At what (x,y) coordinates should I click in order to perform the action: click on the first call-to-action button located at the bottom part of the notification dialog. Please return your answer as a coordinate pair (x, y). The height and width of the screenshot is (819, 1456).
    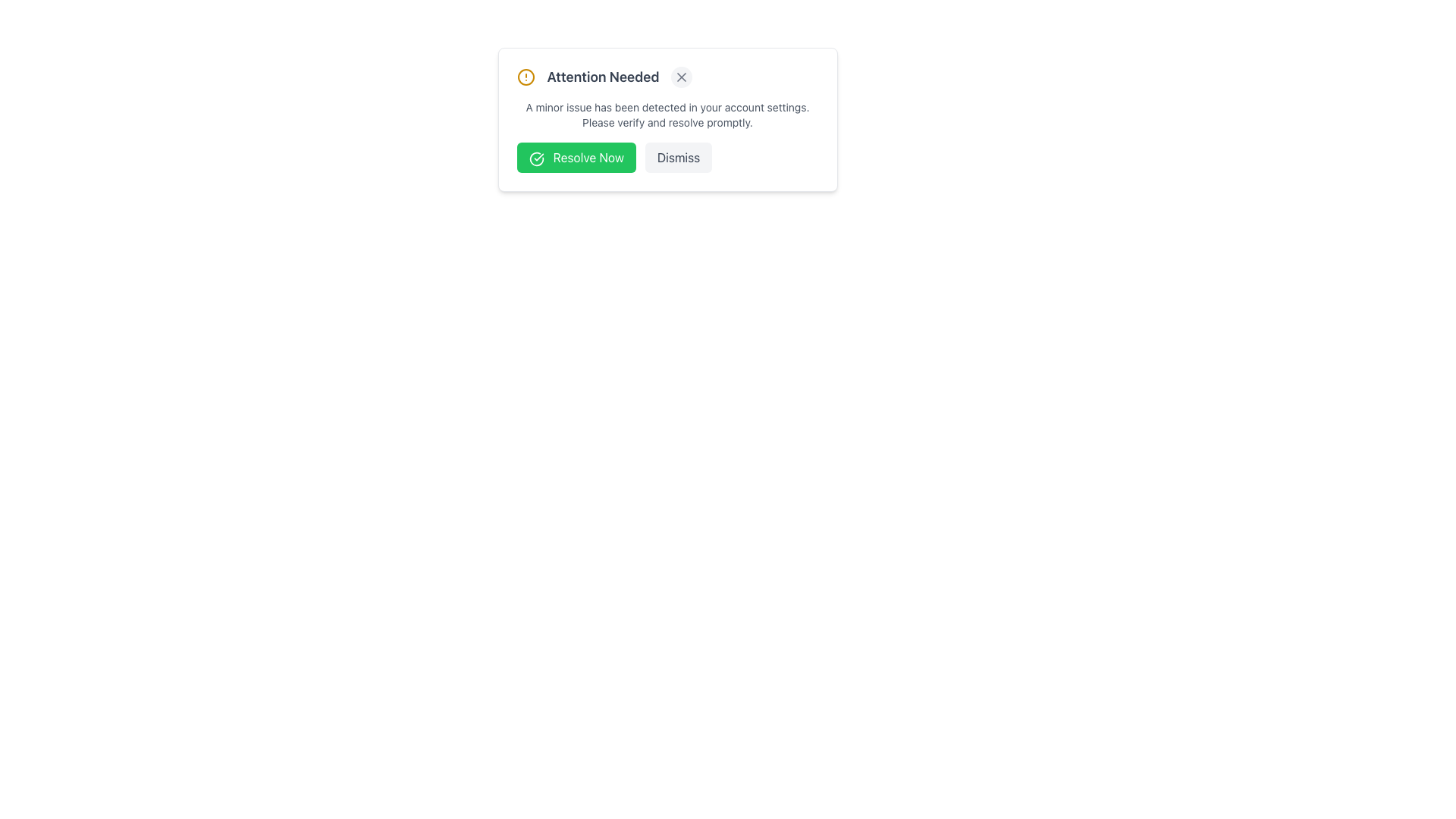
    Looking at the image, I should click on (576, 158).